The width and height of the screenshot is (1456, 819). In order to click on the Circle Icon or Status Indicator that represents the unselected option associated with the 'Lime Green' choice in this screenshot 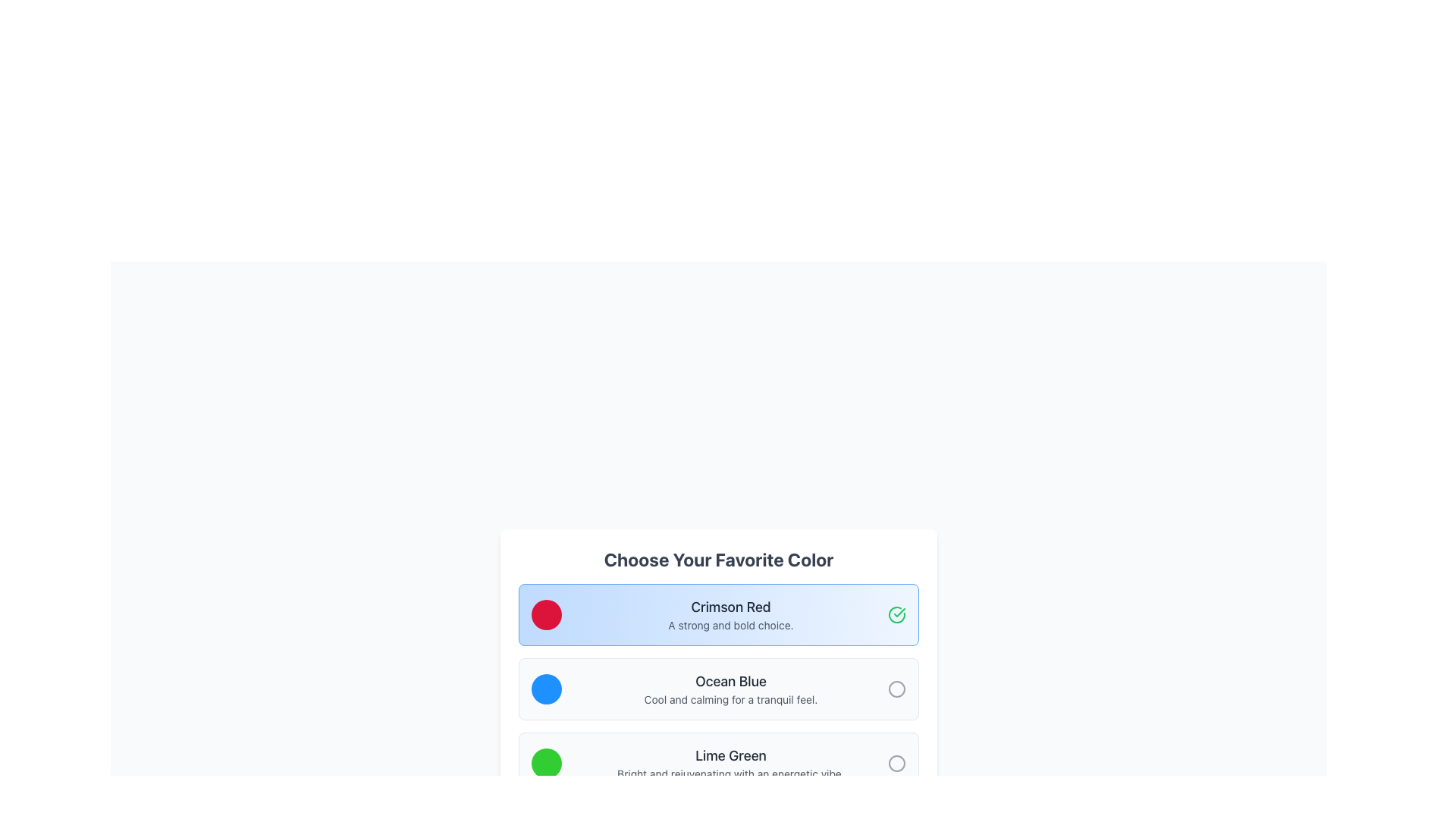, I will do `click(896, 763)`.